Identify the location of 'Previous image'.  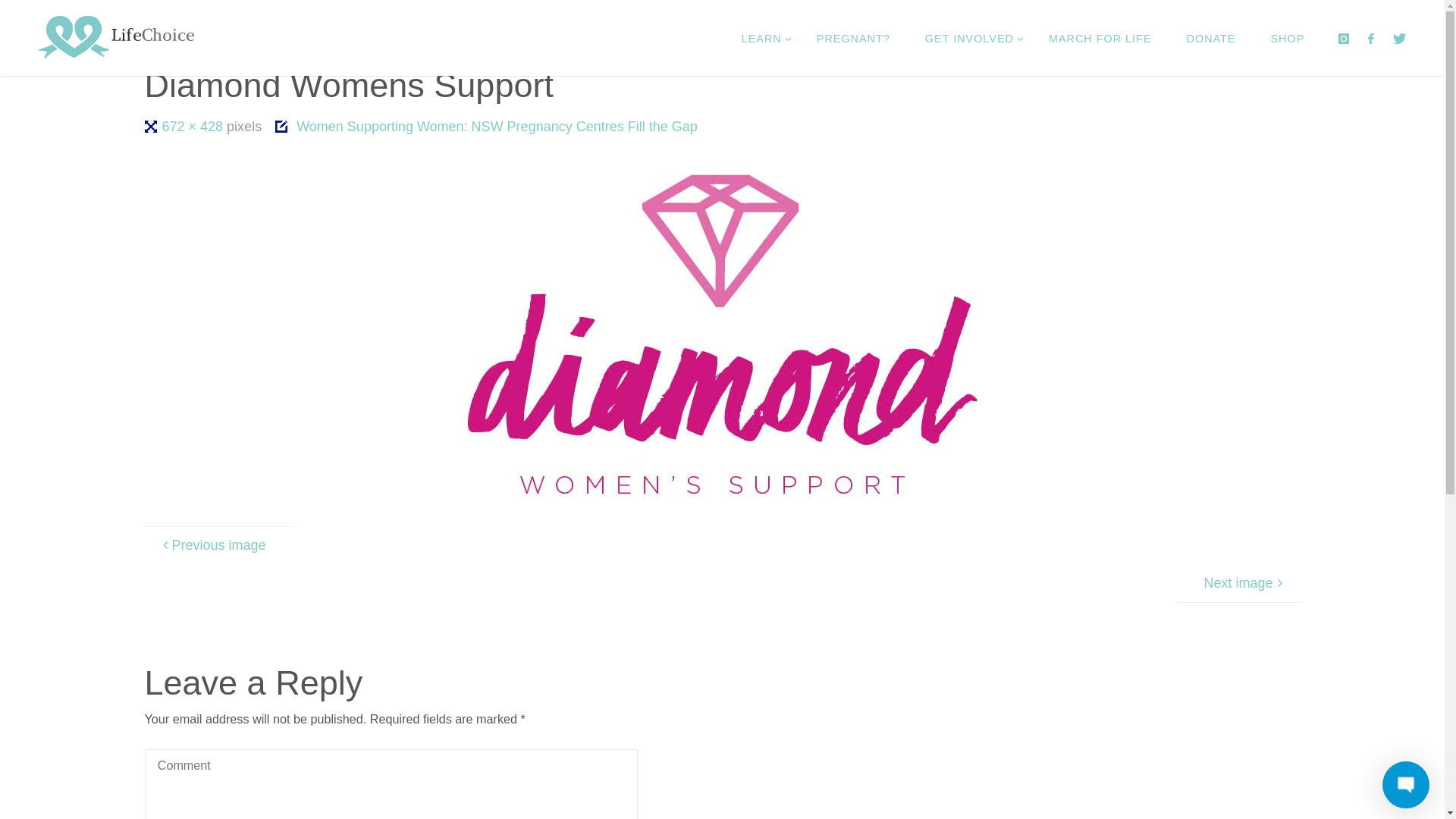
(218, 544).